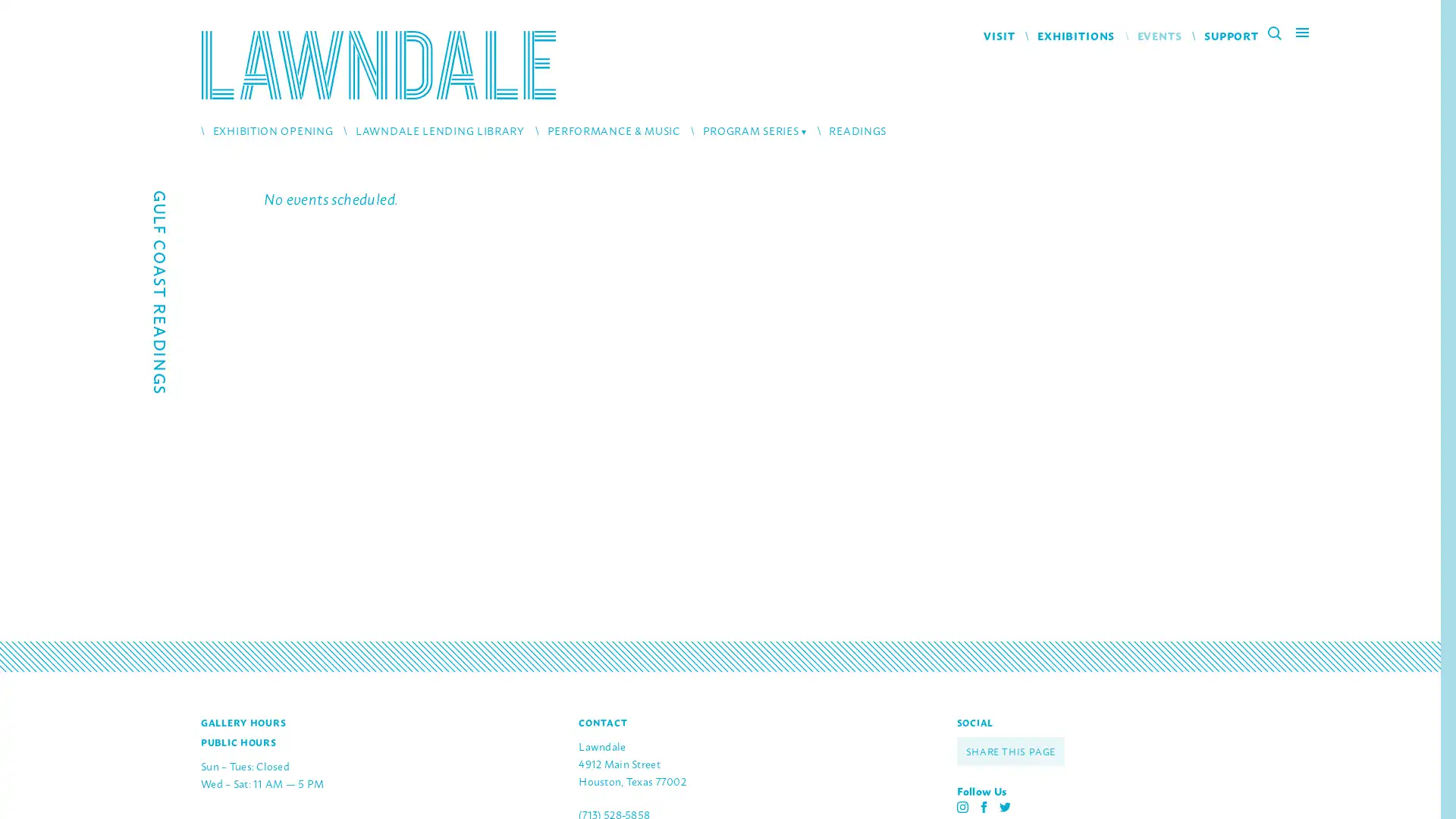  Describe the element at coordinates (1301, 35) in the screenshot. I see `Main Menu` at that location.